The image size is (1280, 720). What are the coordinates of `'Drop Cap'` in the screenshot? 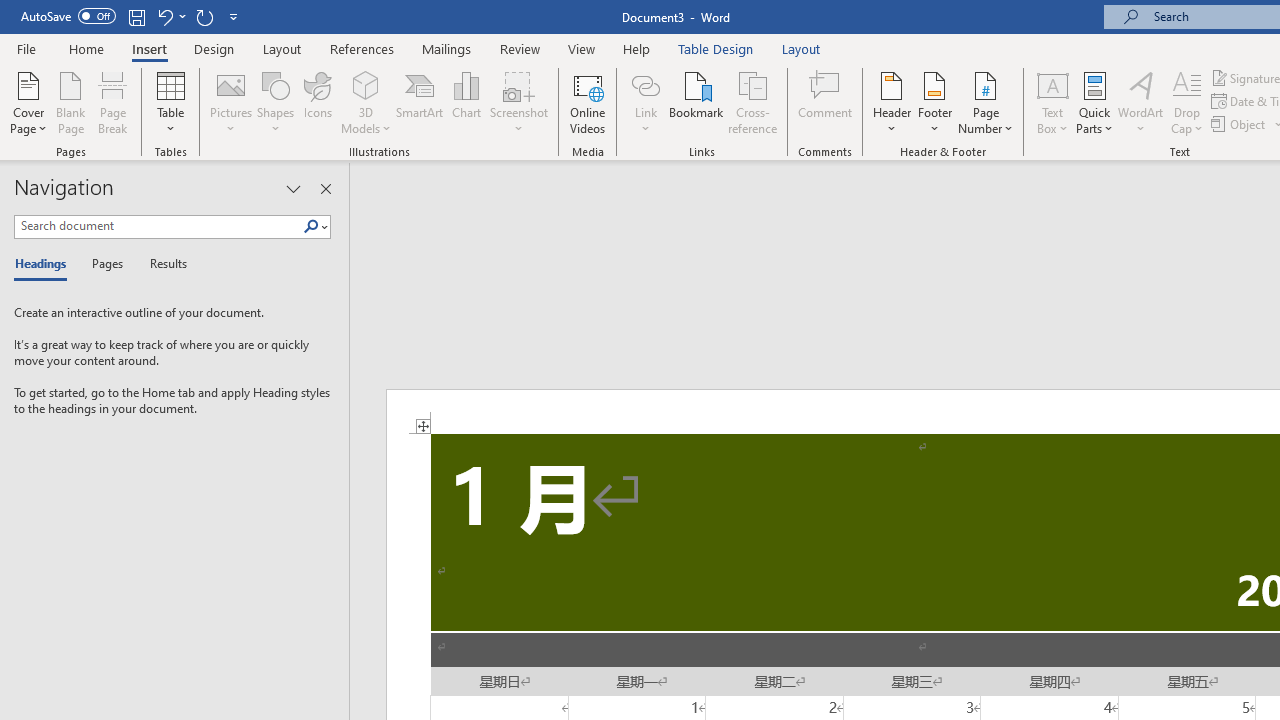 It's located at (1187, 103).